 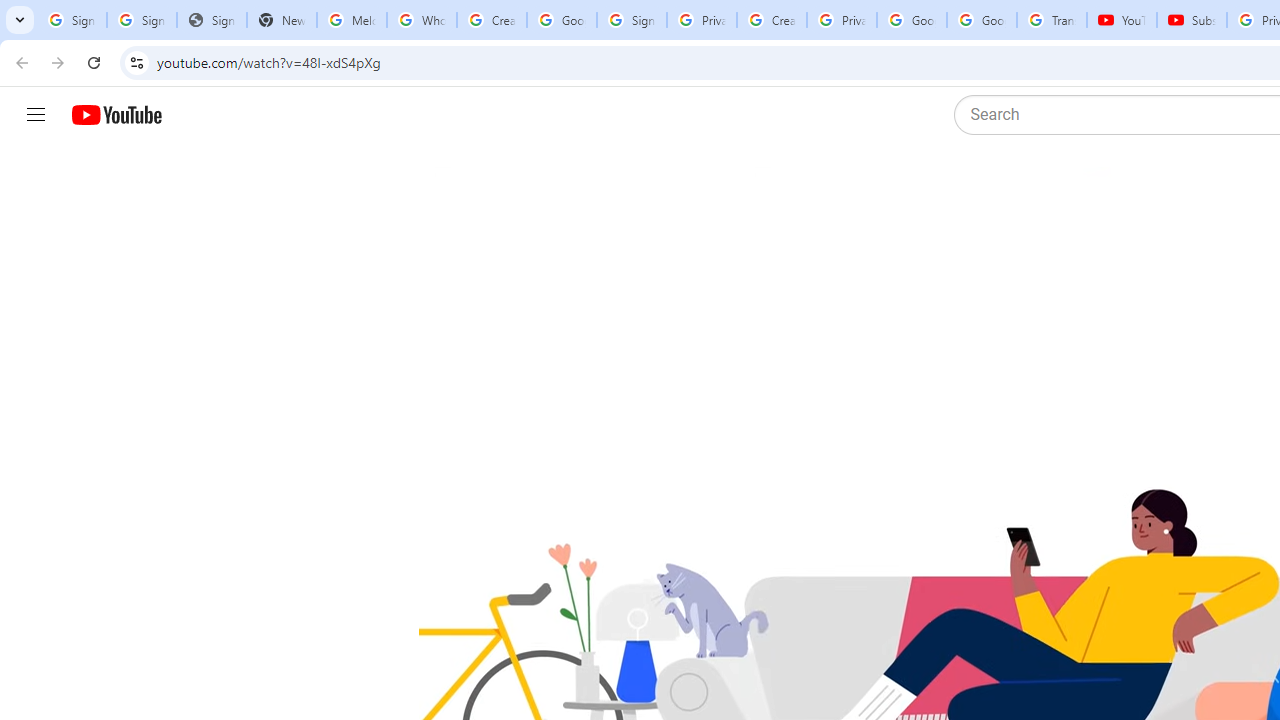 I want to click on 'YouTube', so click(x=1121, y=20).